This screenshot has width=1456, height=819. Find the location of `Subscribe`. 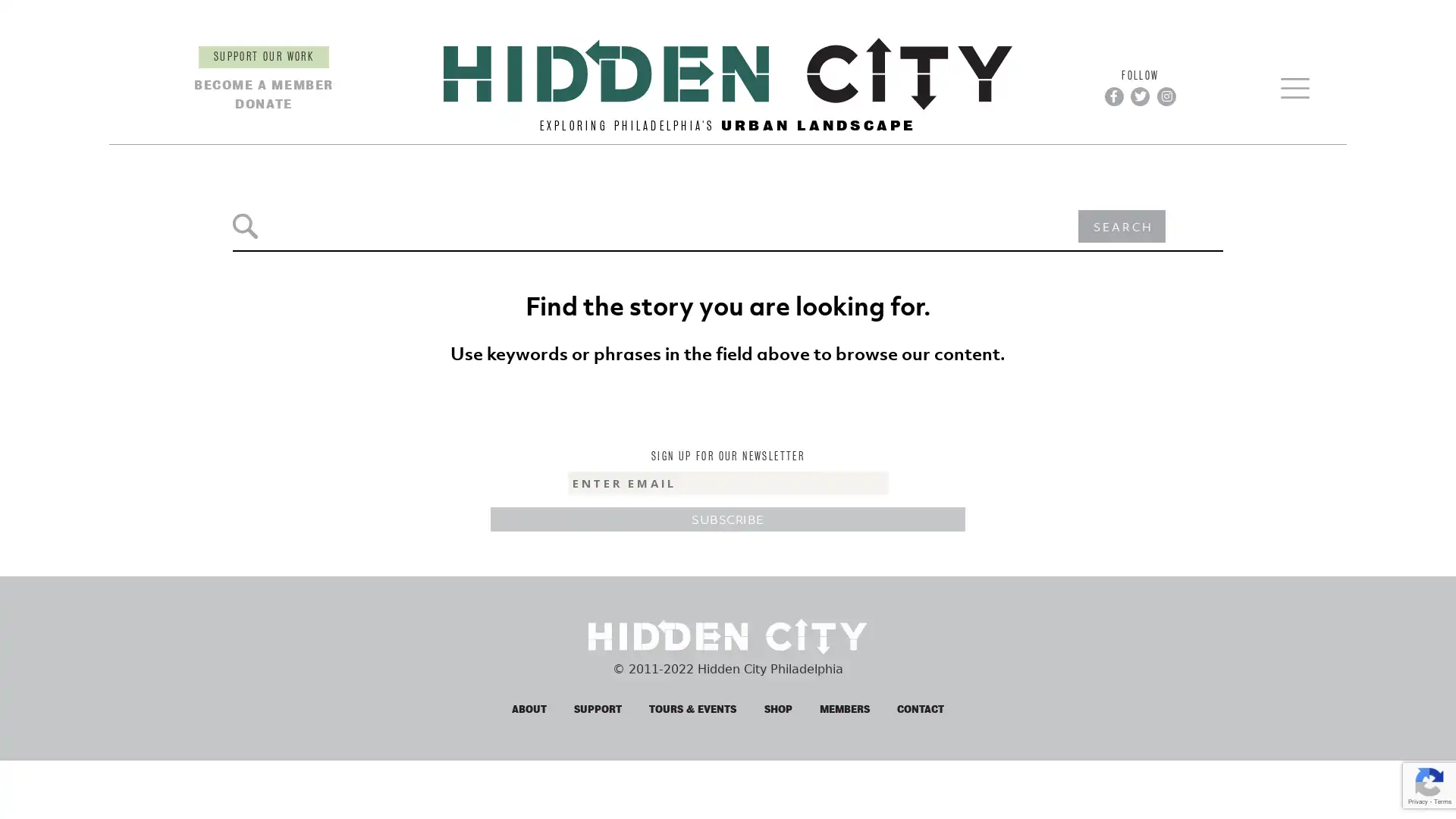

Subscribe is located at coordinates (726, 359).